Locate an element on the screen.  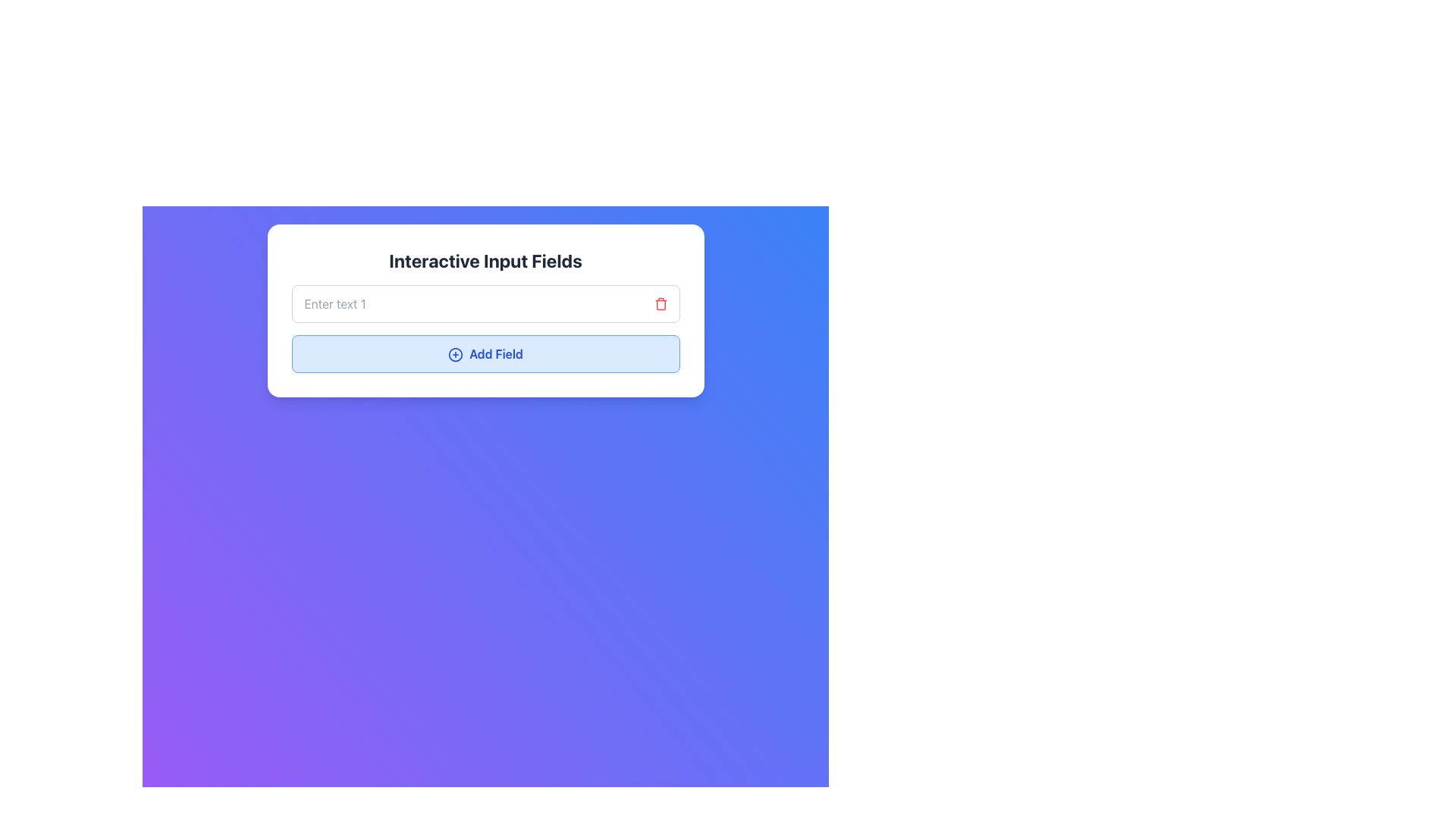
the Icon located on the left-hand side of the 'Add Field' button to interact with the functionality of adding a new field or entry is located at coordinates (454, 354).